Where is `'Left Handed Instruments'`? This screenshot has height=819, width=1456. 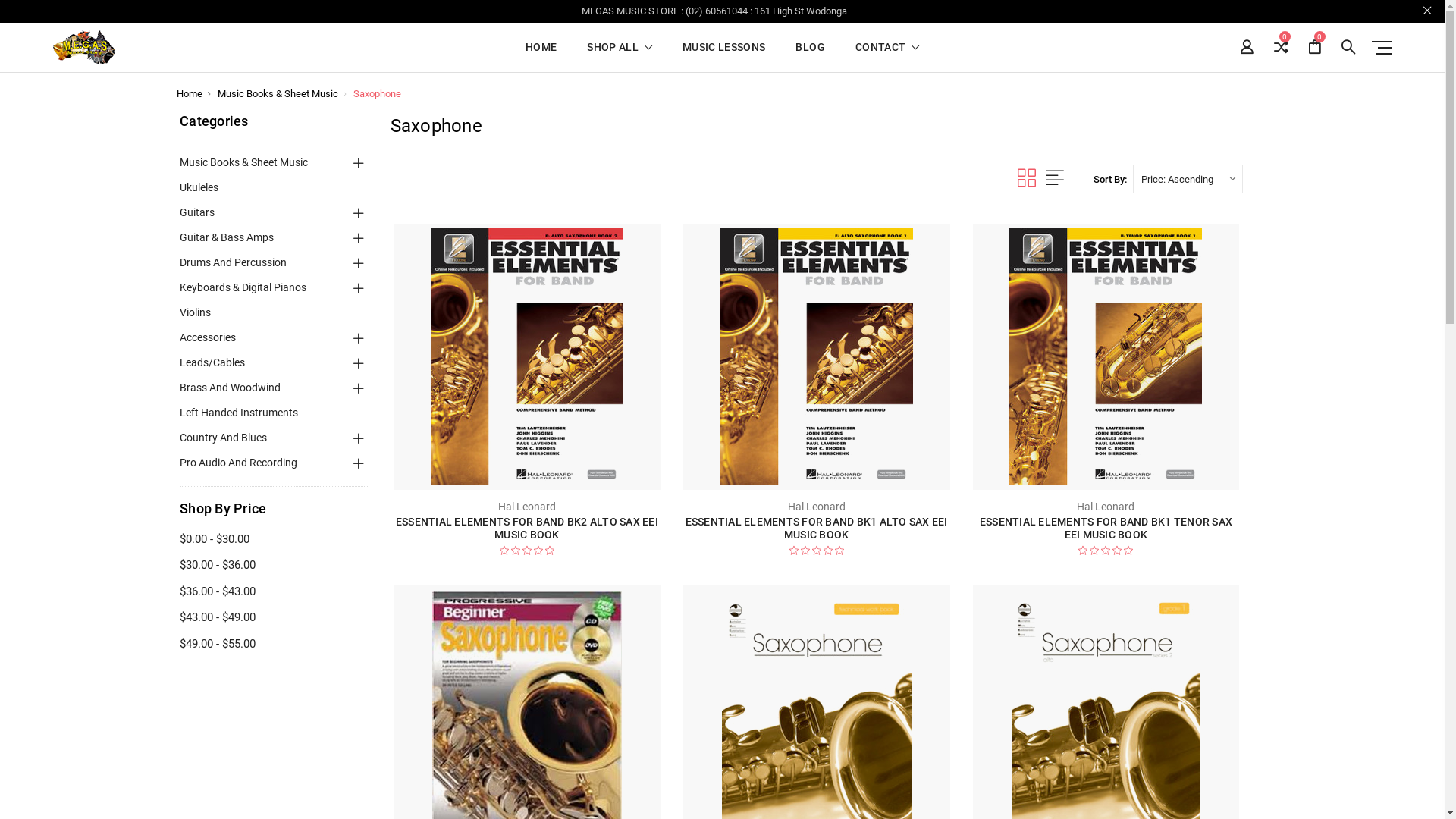 'Left Handed Instruments' is located at coordinates (179, 412).